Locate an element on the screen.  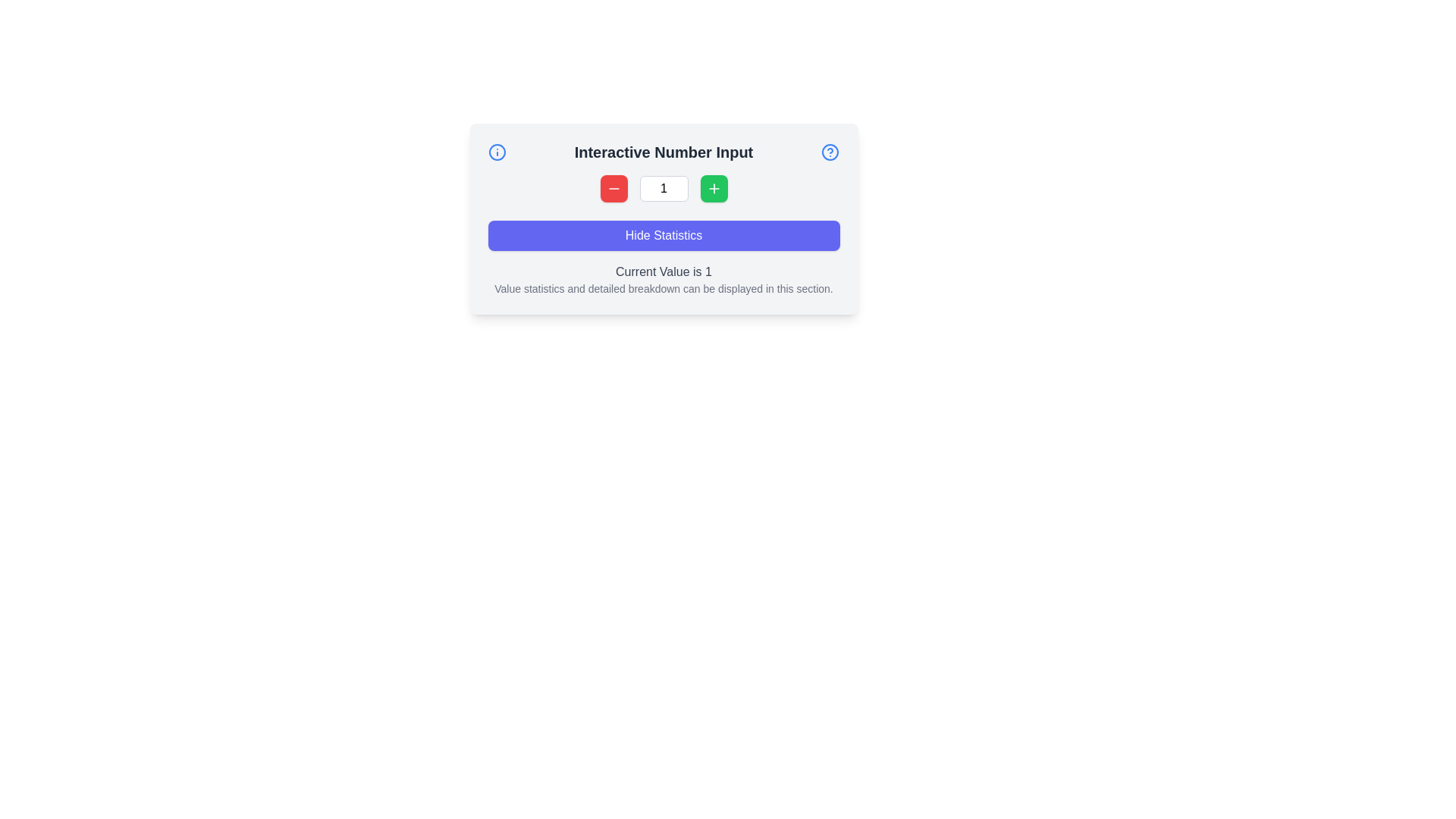
the numeric input box within the Interactive control group is located at coordinates (664, 188).